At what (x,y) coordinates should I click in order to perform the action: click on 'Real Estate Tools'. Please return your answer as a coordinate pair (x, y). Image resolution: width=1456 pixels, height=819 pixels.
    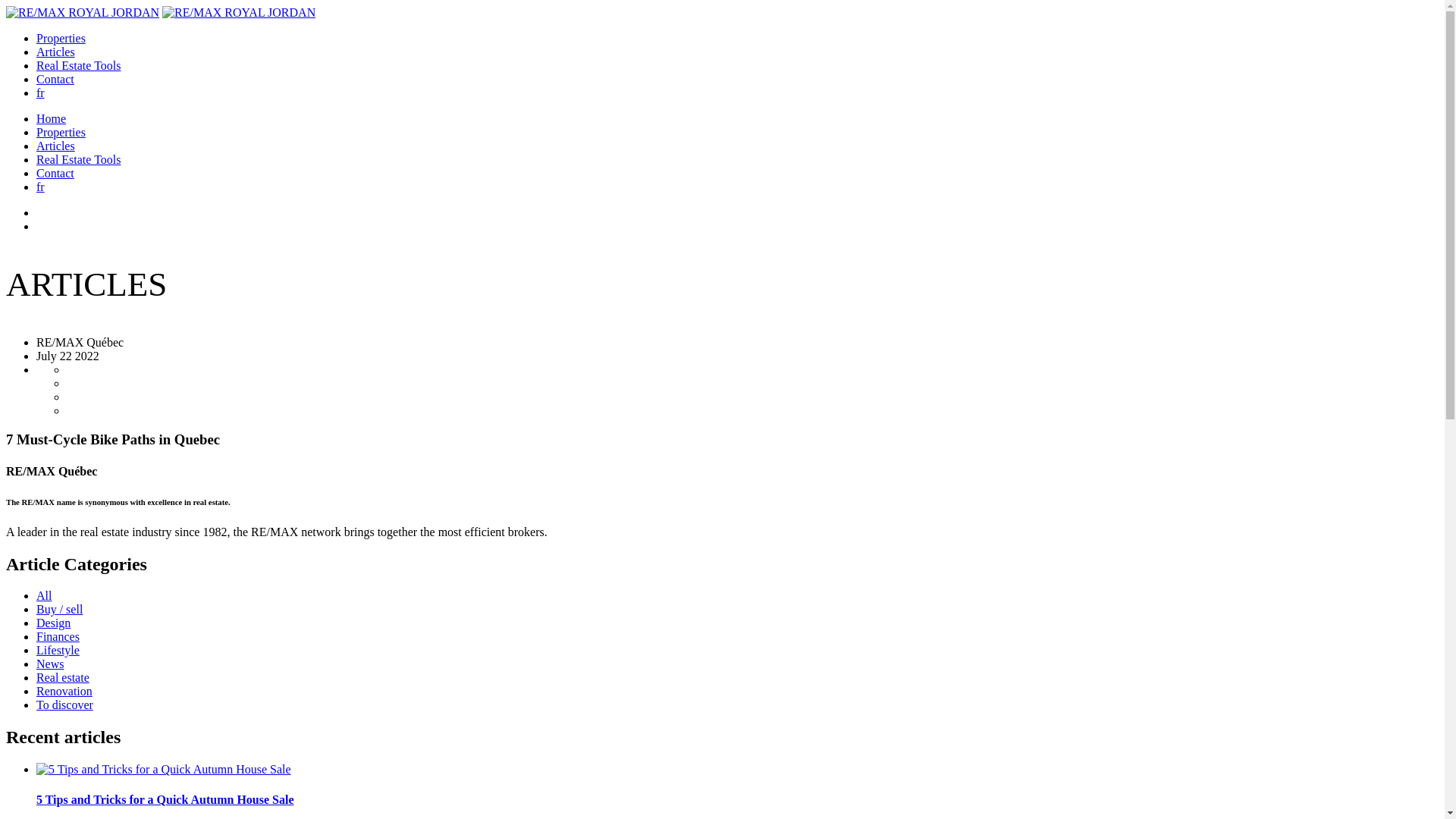
    Looking at the image, I should click on (36, 159).